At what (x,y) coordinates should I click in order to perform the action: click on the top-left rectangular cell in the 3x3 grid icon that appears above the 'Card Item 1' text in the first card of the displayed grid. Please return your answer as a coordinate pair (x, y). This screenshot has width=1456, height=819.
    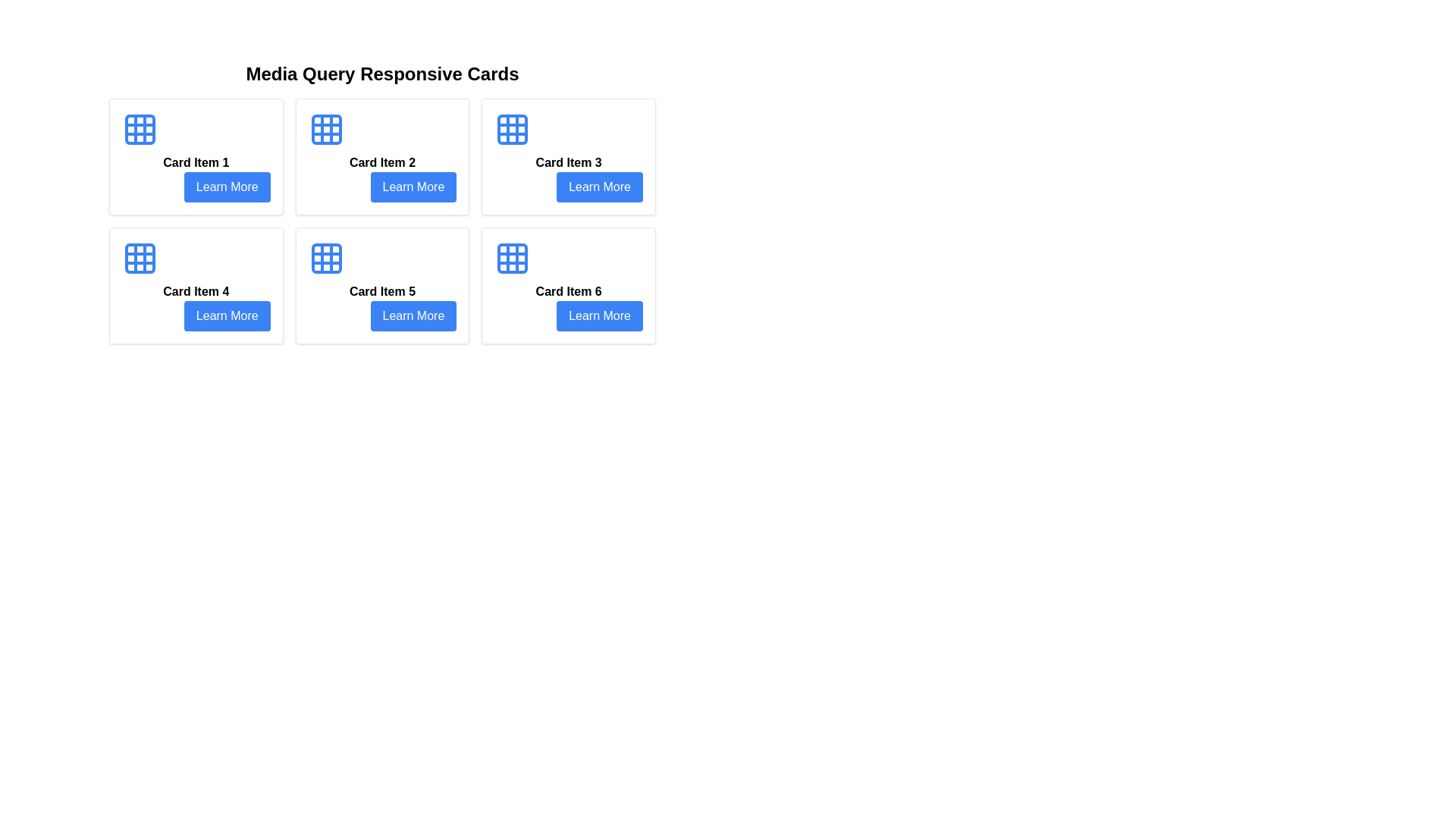
    Looking at the image, I should click on (140, 128).